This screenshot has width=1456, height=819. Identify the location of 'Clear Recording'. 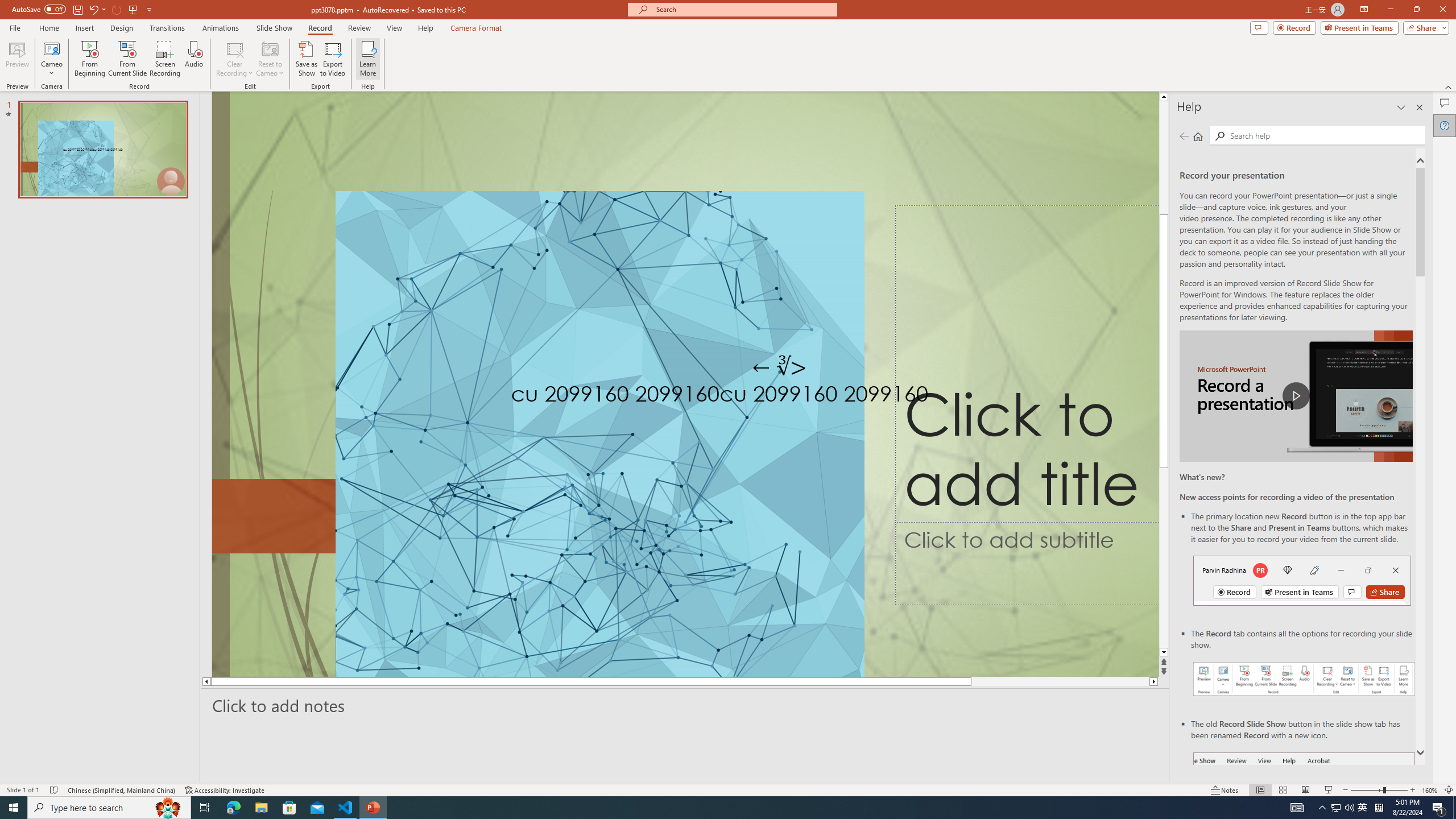
(234, 59).